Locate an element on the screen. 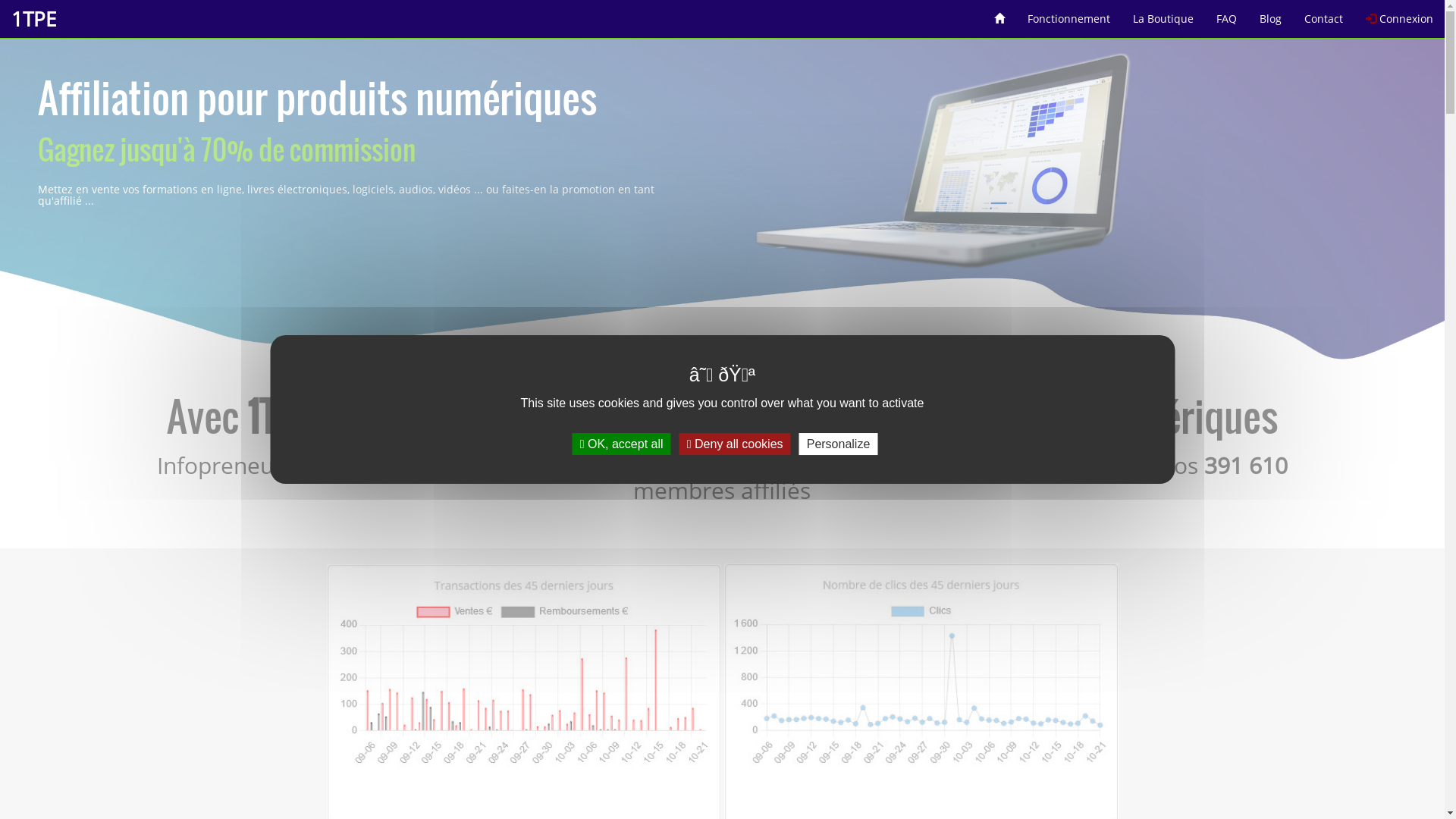  'Connexion' is located at coordinates (1398, 13).